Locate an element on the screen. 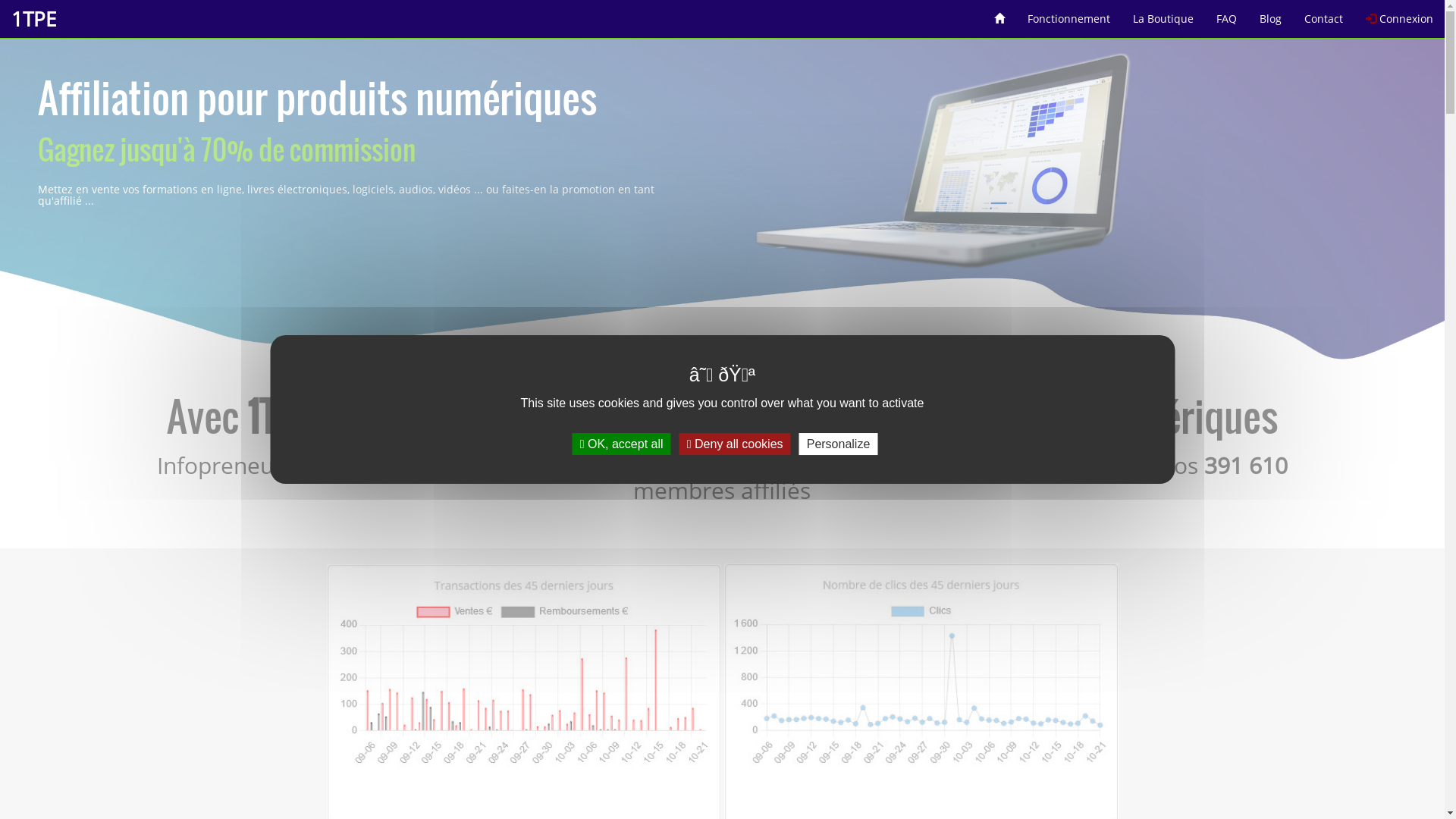  'Connexion' is located at coordinates (1398, 13).